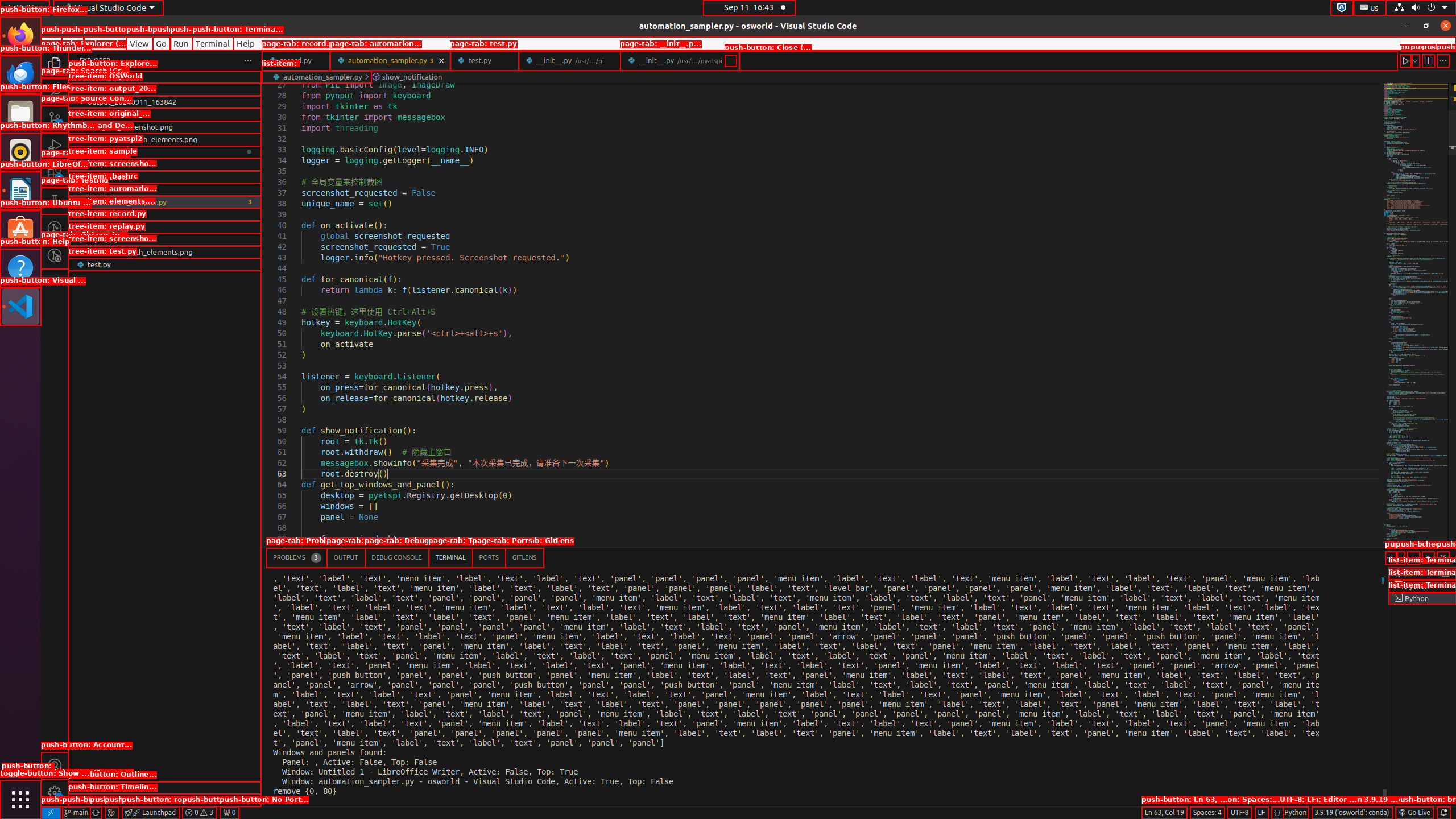 This screenshot has height=819, width=1456. What do you see at coordinates (139, 43) in the screenshot?
I see `'View'` at bounding box center [139, 43].